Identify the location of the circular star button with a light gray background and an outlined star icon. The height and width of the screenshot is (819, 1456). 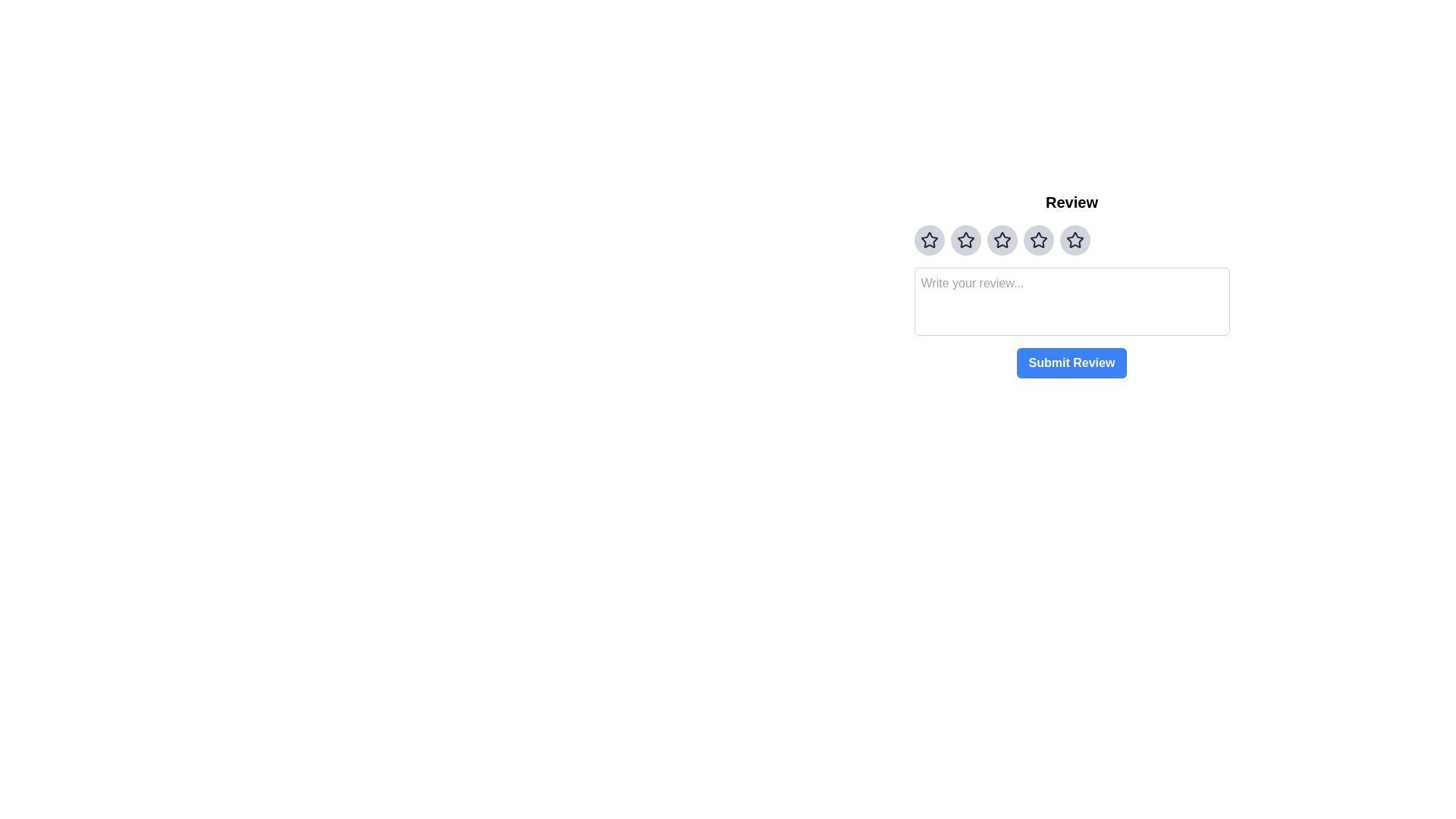
(1002, 239).